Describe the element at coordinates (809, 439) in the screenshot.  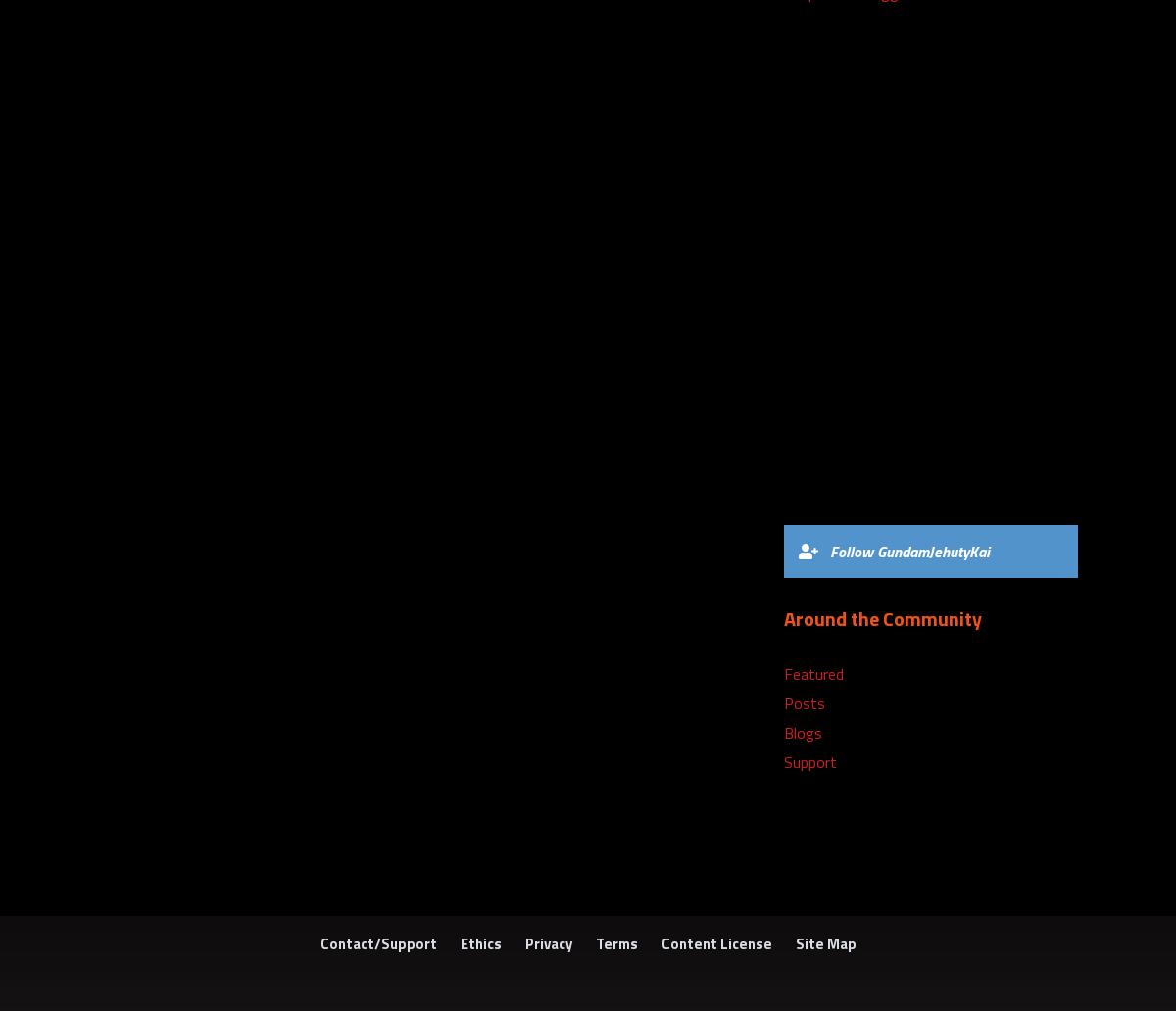
I see `'PSN ID:'` at that location.